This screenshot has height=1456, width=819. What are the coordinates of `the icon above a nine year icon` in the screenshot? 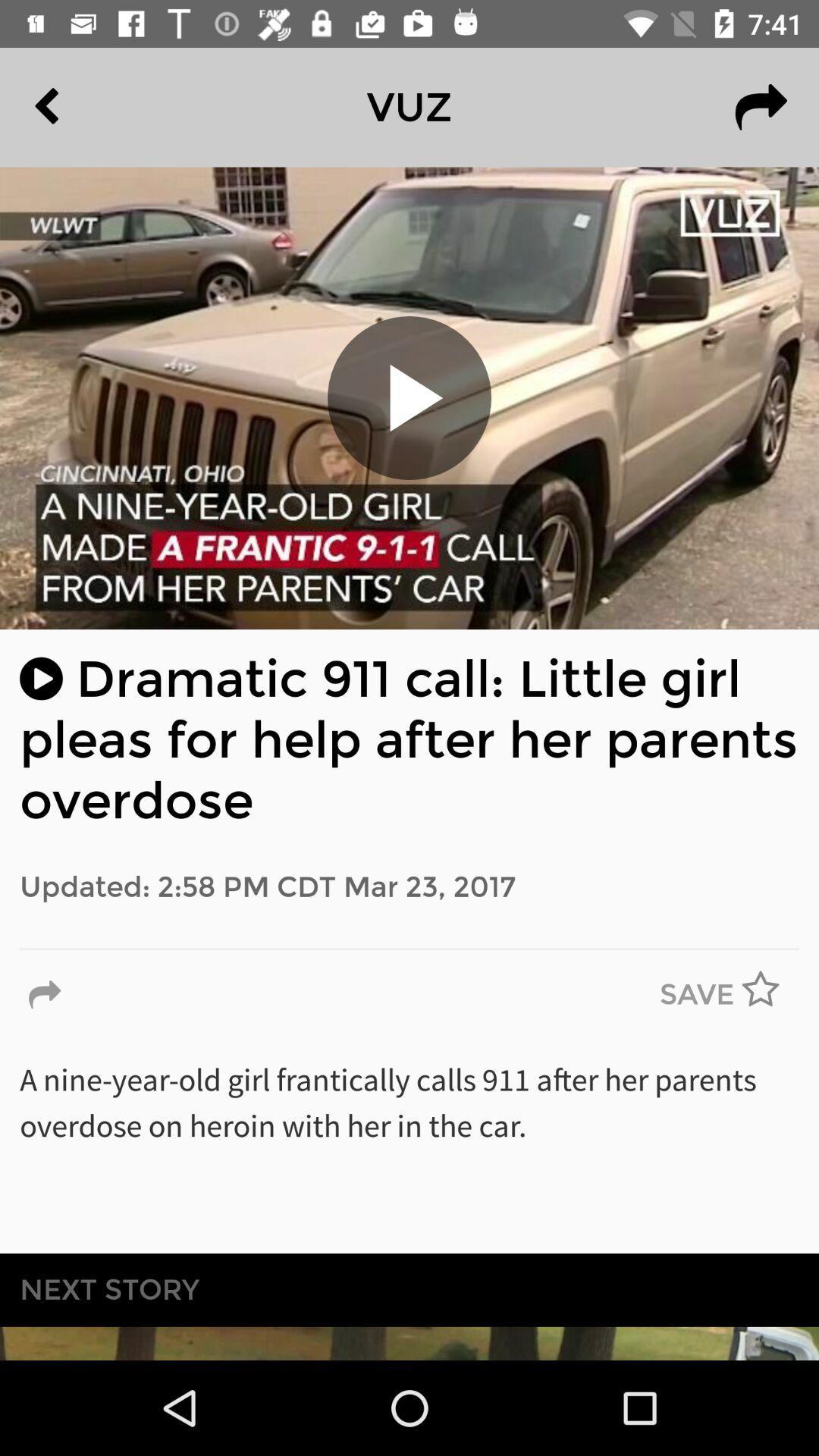 It's located at (697, 995).